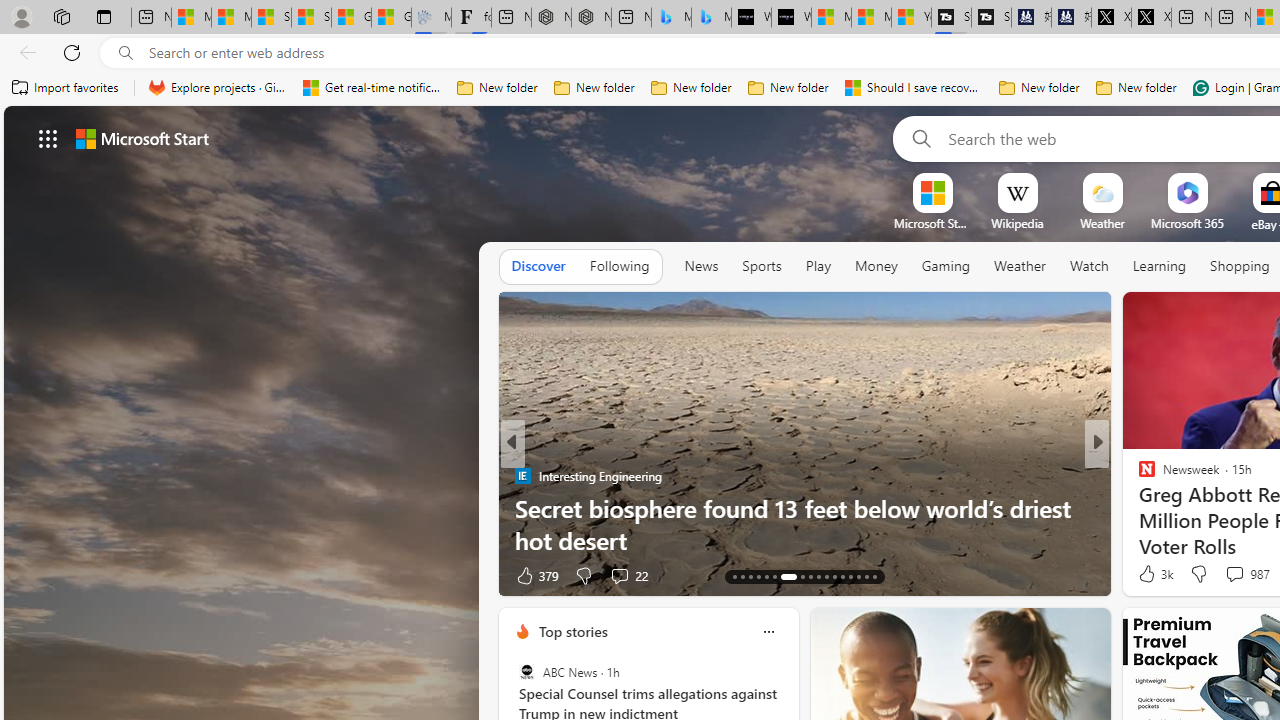  What do you see at coordinates (1152, 575) in the screenshot?
I see `'241 Like'` at bounding box center [1152, 575].